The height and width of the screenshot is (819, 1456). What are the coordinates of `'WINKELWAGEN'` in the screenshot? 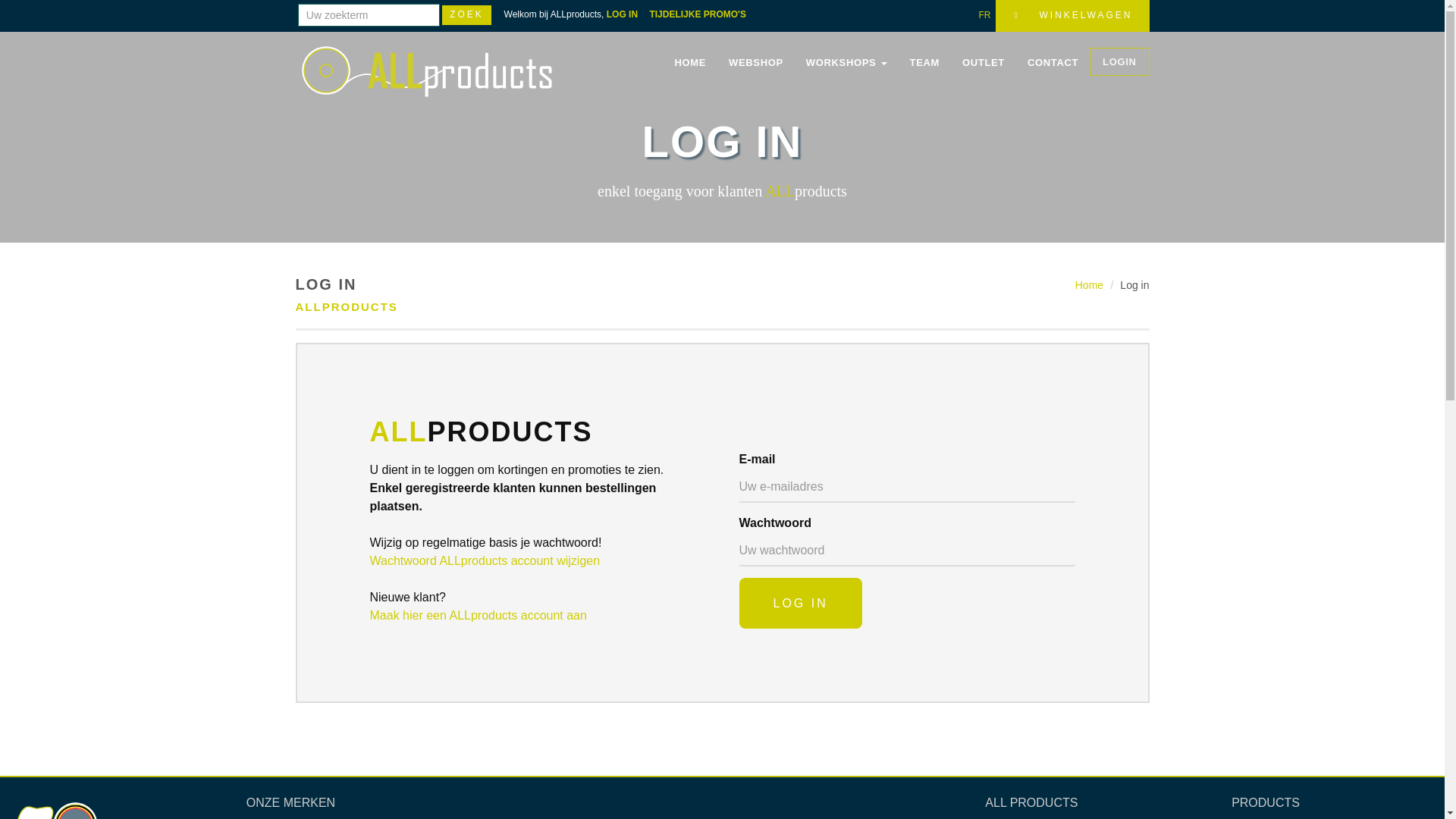 It's located at (1072, 15).